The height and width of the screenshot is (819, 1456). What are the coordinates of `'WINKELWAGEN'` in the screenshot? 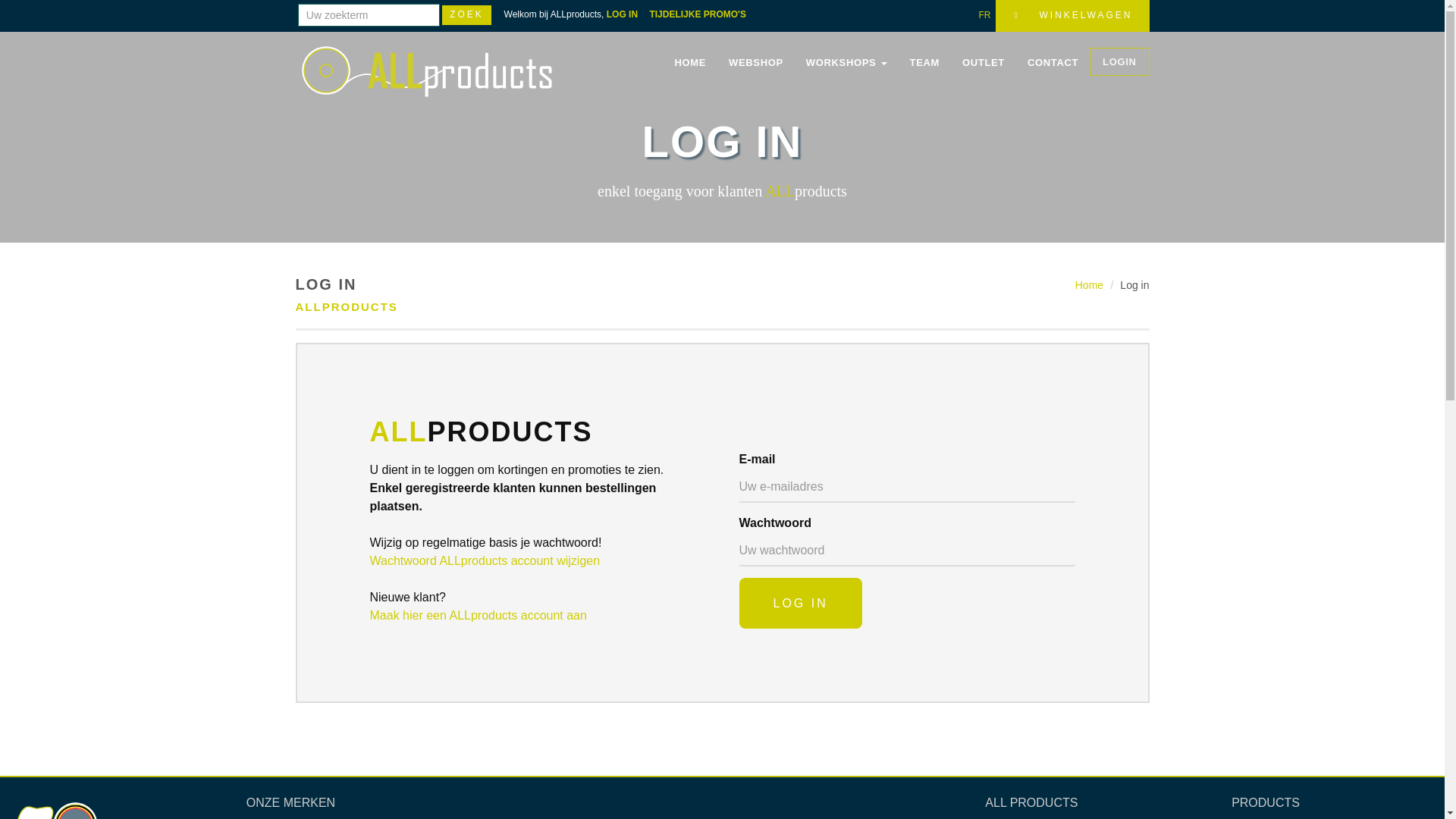 It's located at (1072, 15).